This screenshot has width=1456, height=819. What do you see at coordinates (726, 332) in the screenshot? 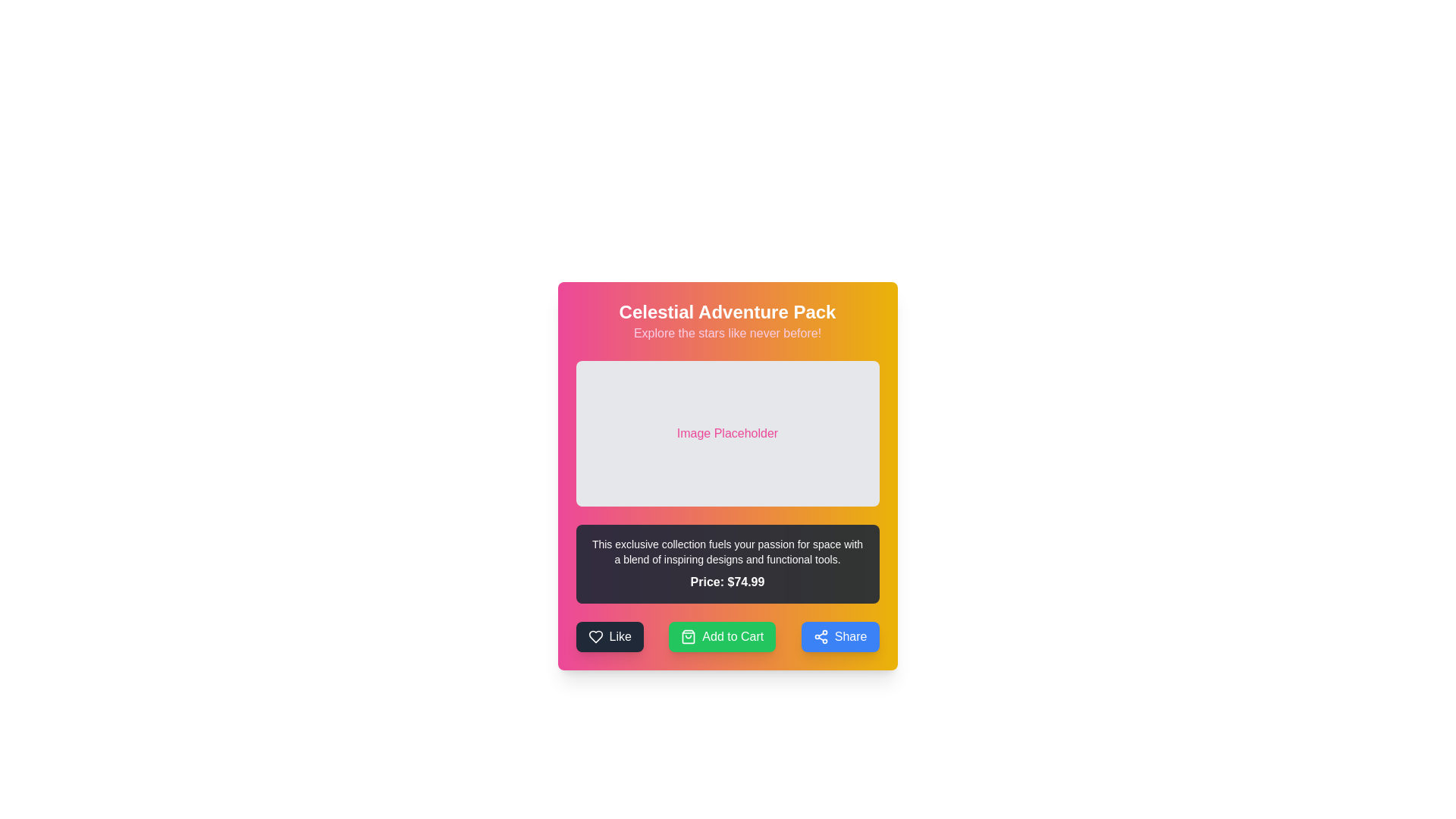
I see `the engaging description text located directly beneath the title 'Celestial Adventure Pack', which is centrally aligned in the interface` at bounding box center [726, 332].